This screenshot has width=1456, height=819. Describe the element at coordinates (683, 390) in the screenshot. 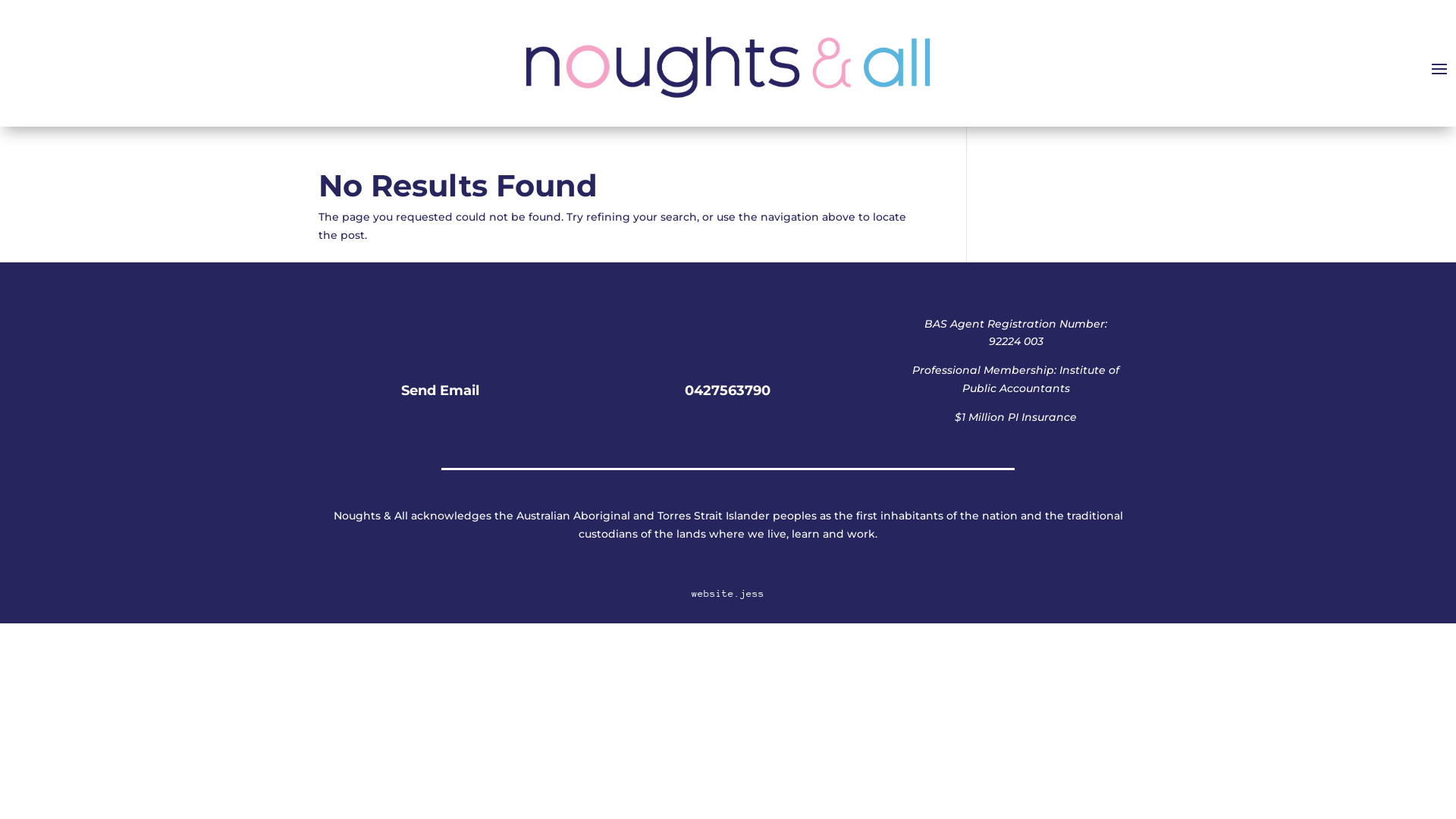

I see `'0427563790'` at that location.